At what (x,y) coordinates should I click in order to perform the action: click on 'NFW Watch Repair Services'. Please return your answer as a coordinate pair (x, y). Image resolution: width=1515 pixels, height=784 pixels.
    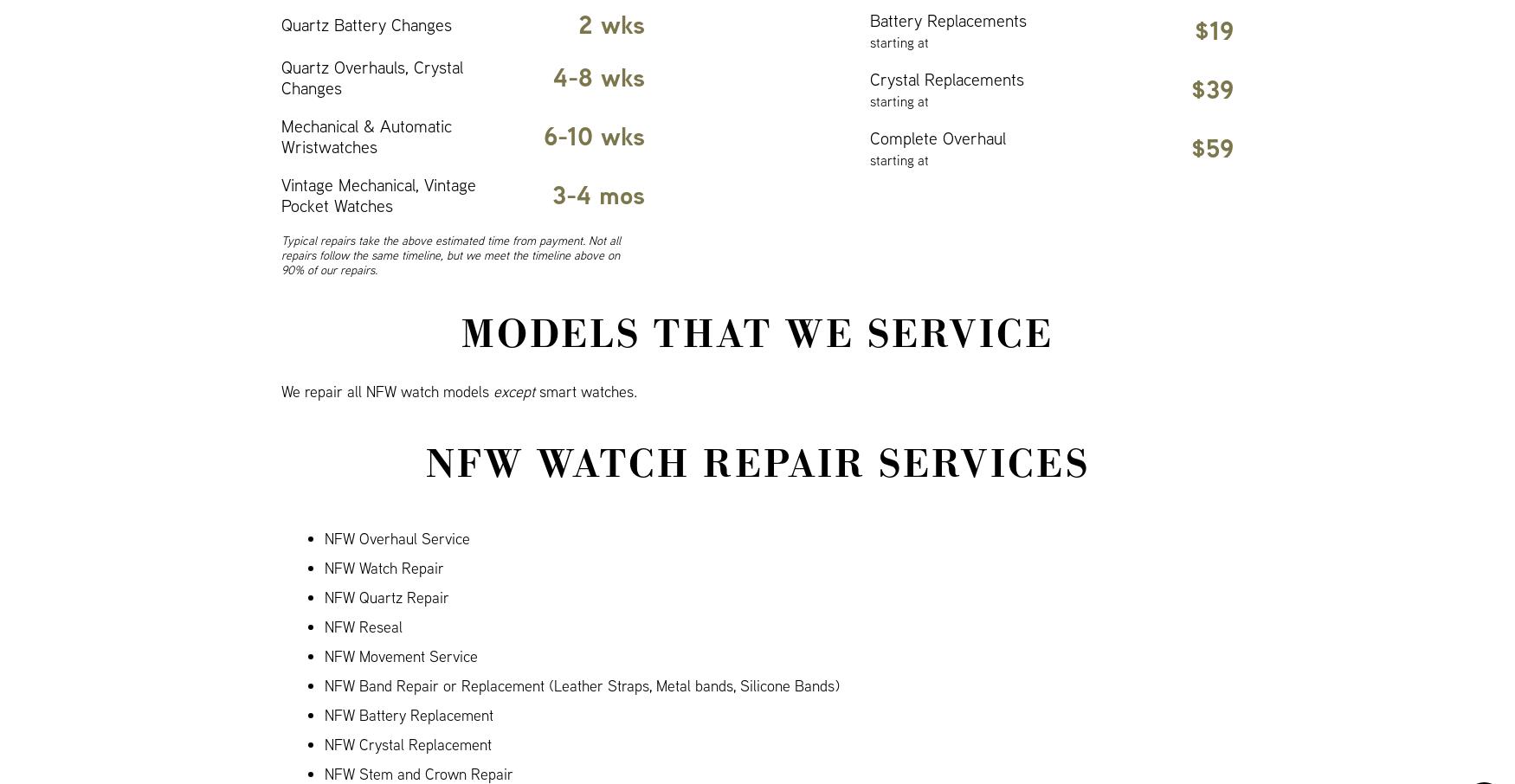
    Looking at the image, I should click on (757, 465).